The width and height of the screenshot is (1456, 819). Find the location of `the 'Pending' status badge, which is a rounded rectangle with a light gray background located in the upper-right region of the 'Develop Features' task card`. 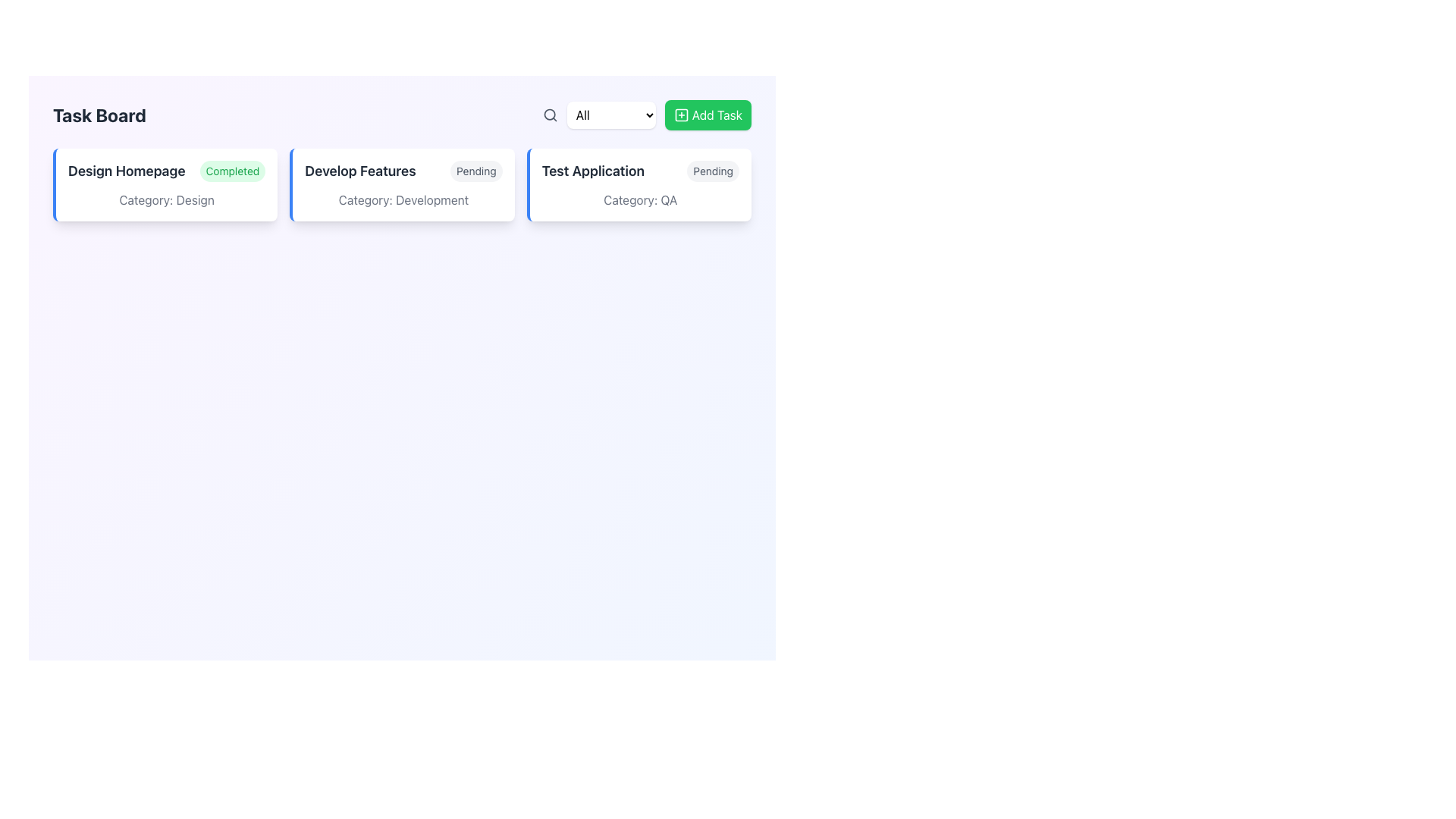

the 'Pending' status badge, which is a rounded rectangle with a light gray background located in the upper-right region of the 'Develop Features' task card is located at coordinates (475, 171).